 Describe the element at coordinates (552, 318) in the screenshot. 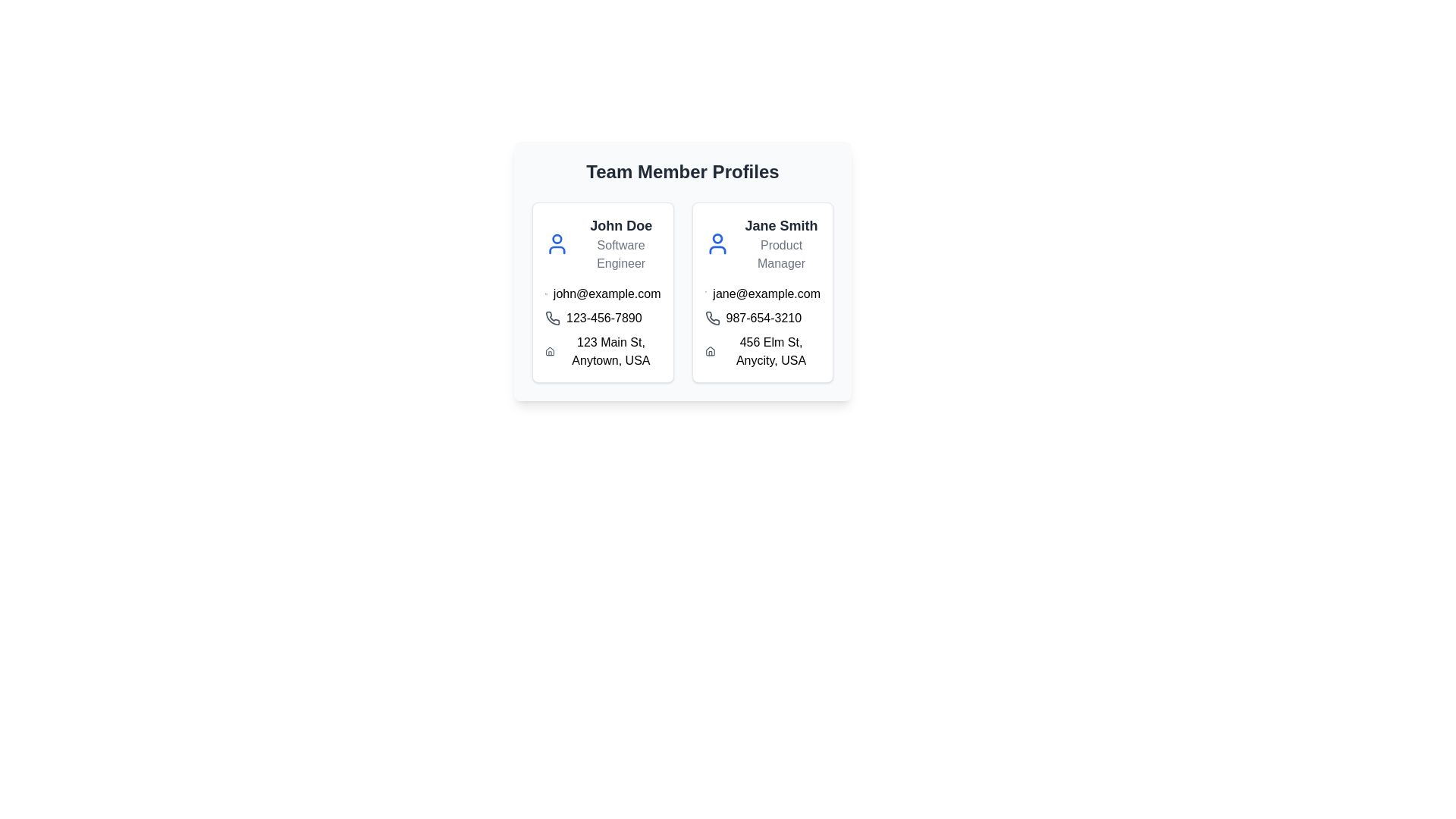

I see `the phone receiver icon representing John Doe's contact details, which is positioned to the left of the phone number '123-456-7890'` at that location.